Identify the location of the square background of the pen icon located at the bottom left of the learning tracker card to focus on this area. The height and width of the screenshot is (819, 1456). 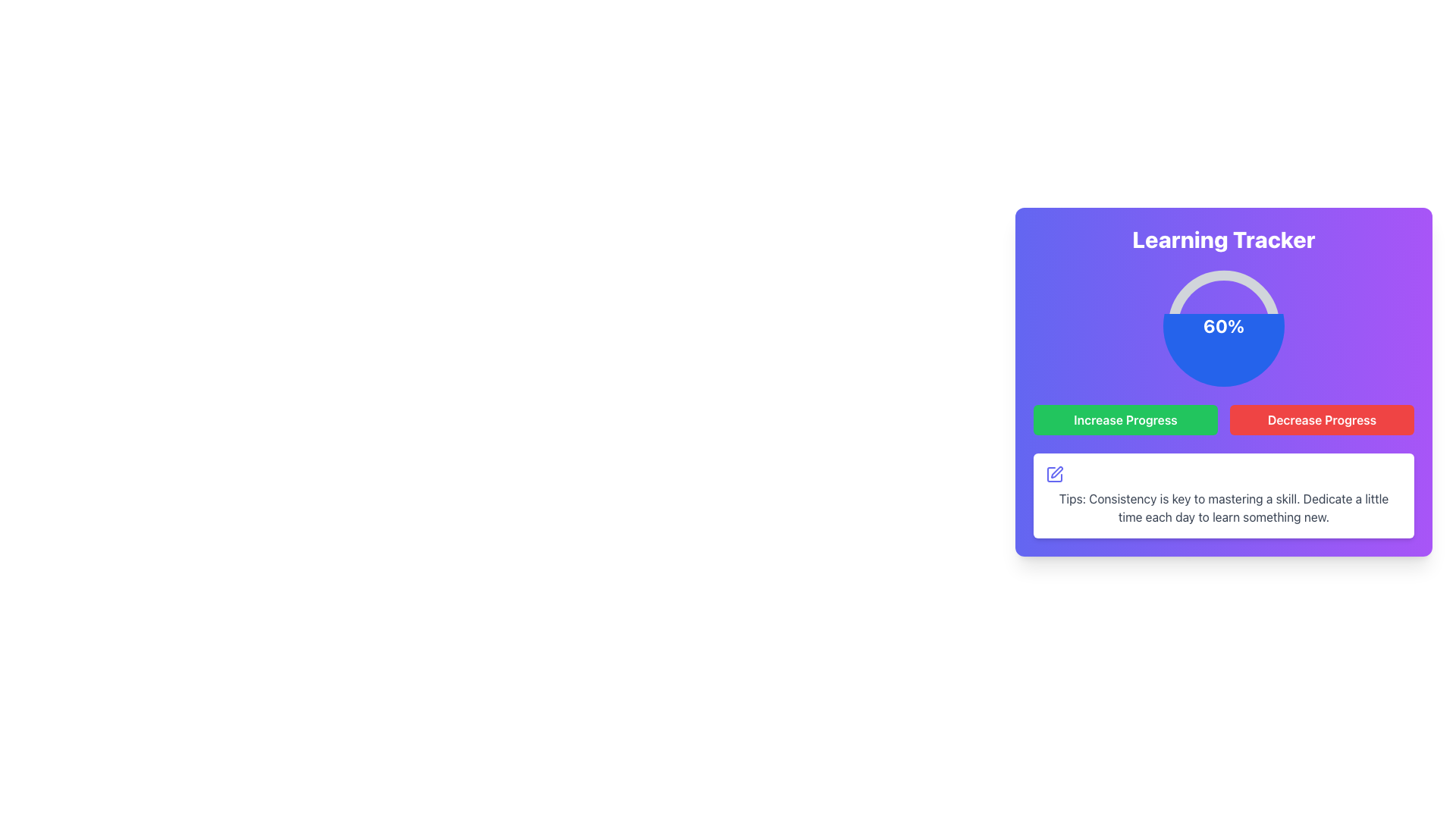
(1054, 473).